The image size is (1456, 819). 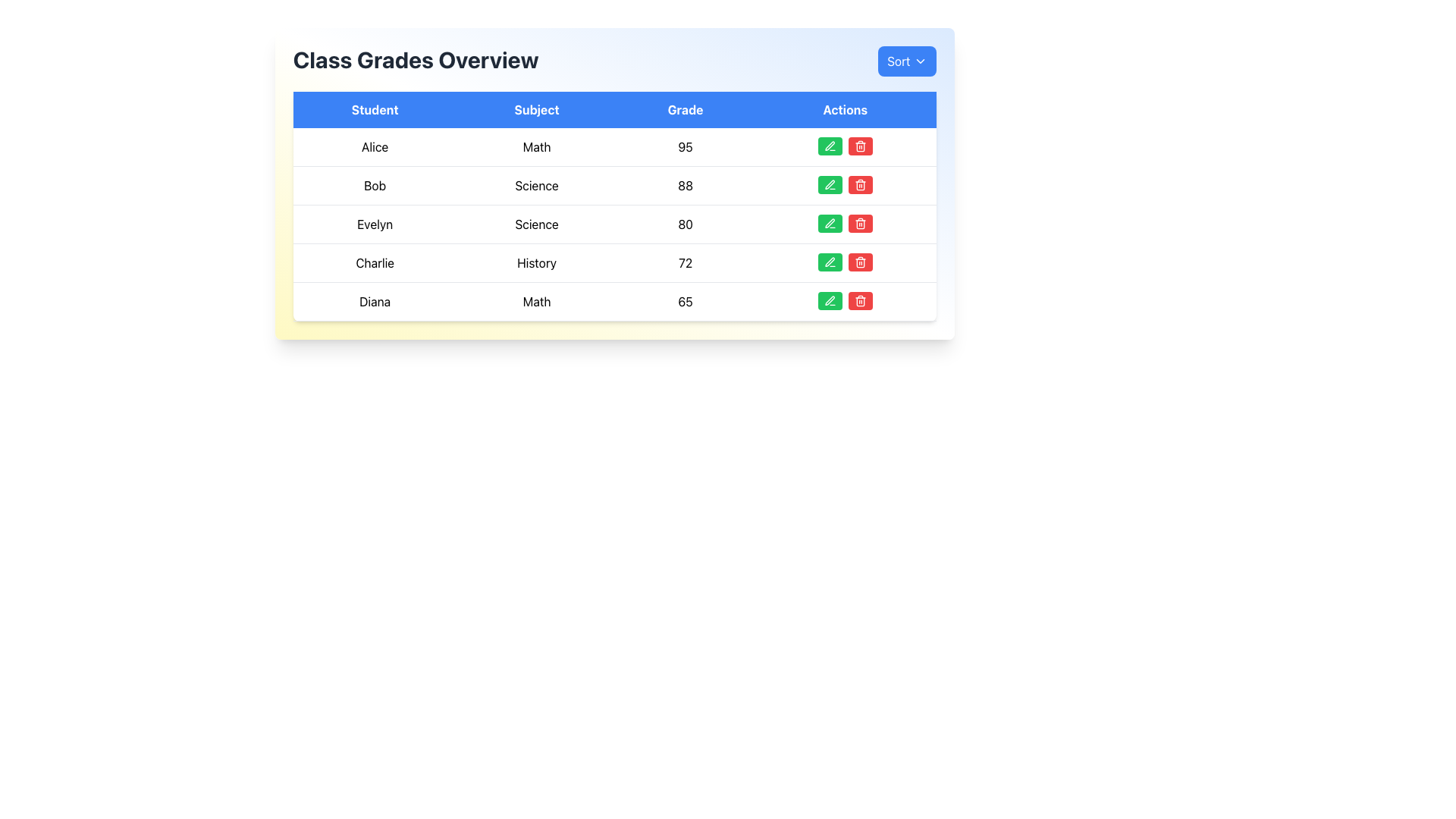 I want to click on the delete button located in the 'Actions' column of the table, so click(x=860, y=146).